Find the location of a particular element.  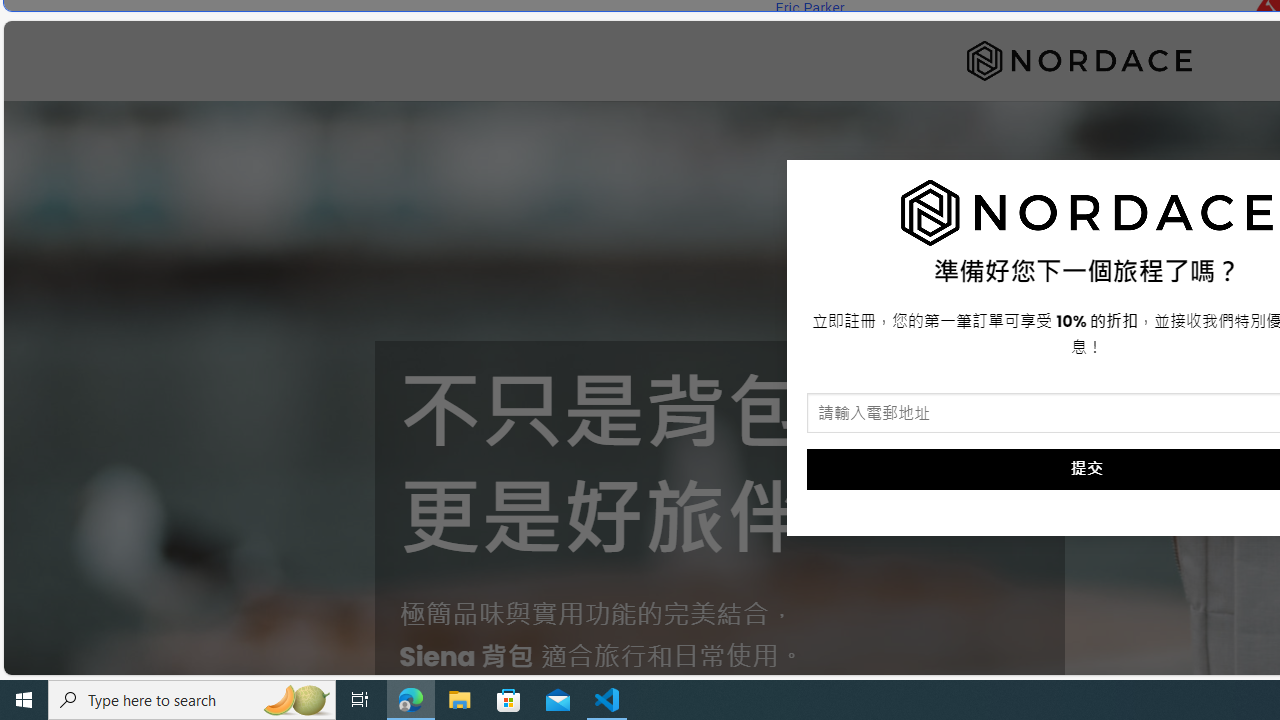

'Type here to search' is located at coordinates (192, 698).